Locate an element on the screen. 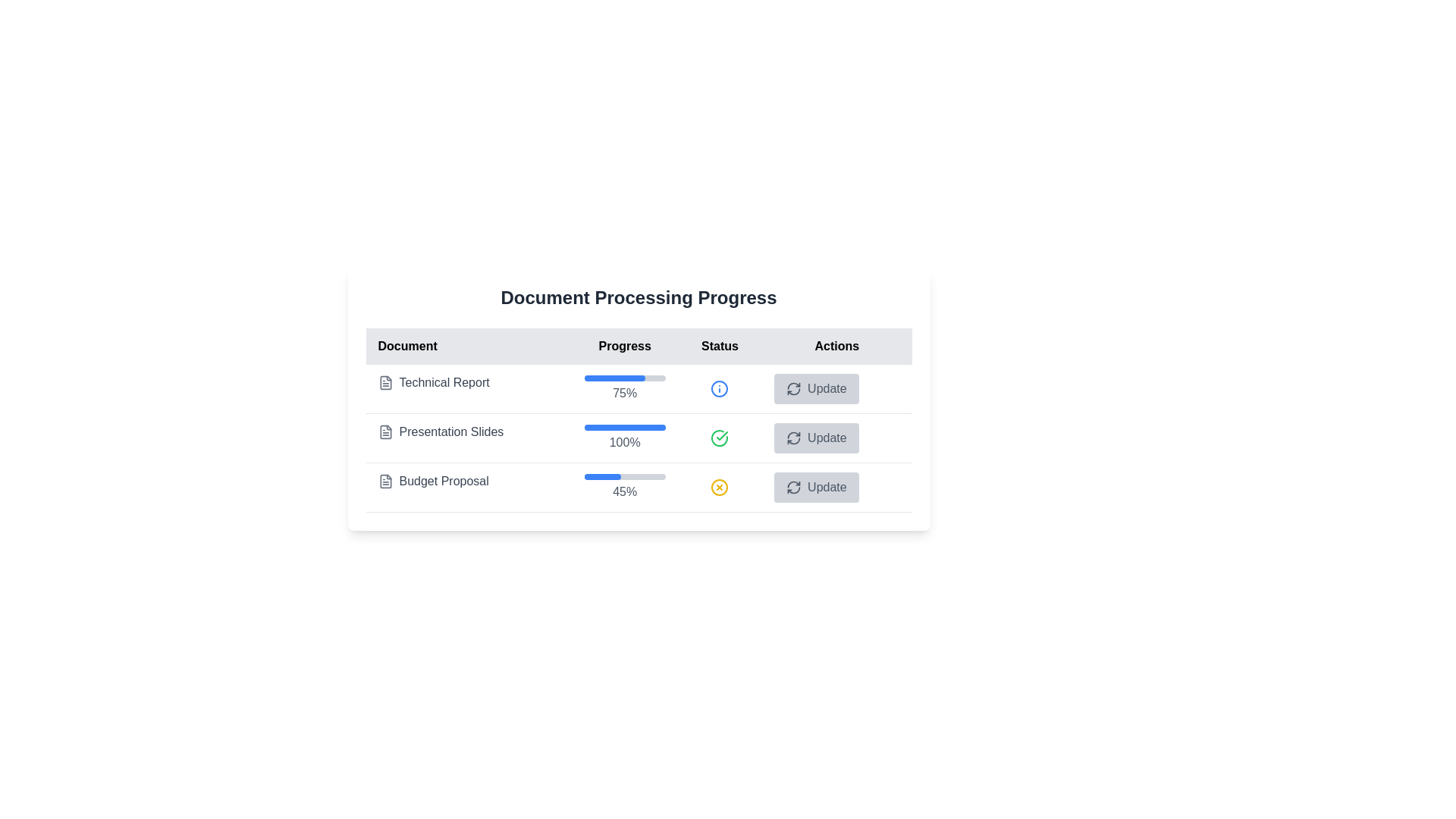 The image size is (1456, 819). the 'Update' button in the 'Actions' column of the third row corresponding to 'Presentation Slides' is located at coordinates (836, 438).